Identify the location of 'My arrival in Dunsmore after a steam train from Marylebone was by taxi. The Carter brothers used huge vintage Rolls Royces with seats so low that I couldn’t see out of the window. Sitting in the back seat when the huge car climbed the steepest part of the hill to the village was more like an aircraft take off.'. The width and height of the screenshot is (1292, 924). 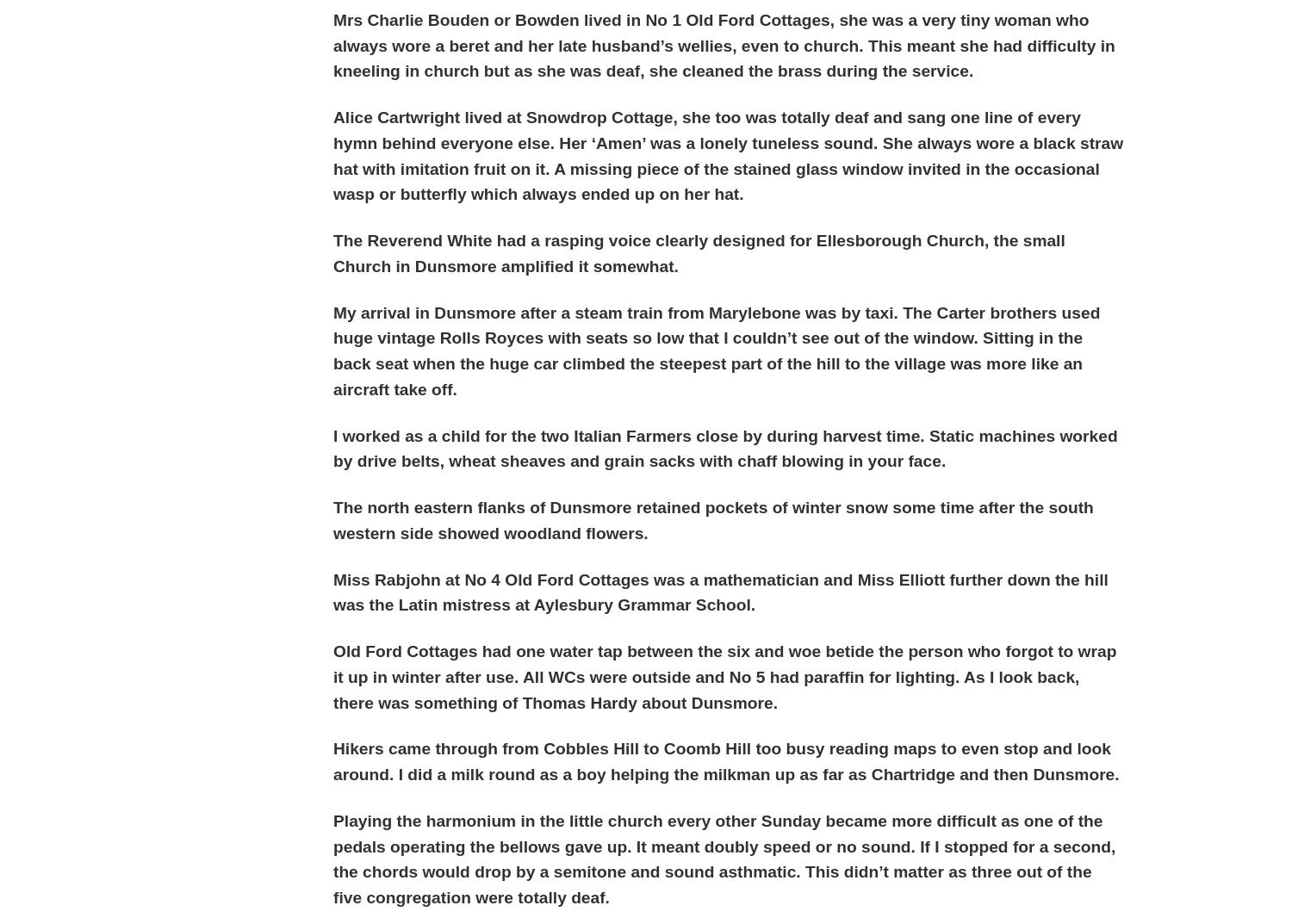
(716, 349).